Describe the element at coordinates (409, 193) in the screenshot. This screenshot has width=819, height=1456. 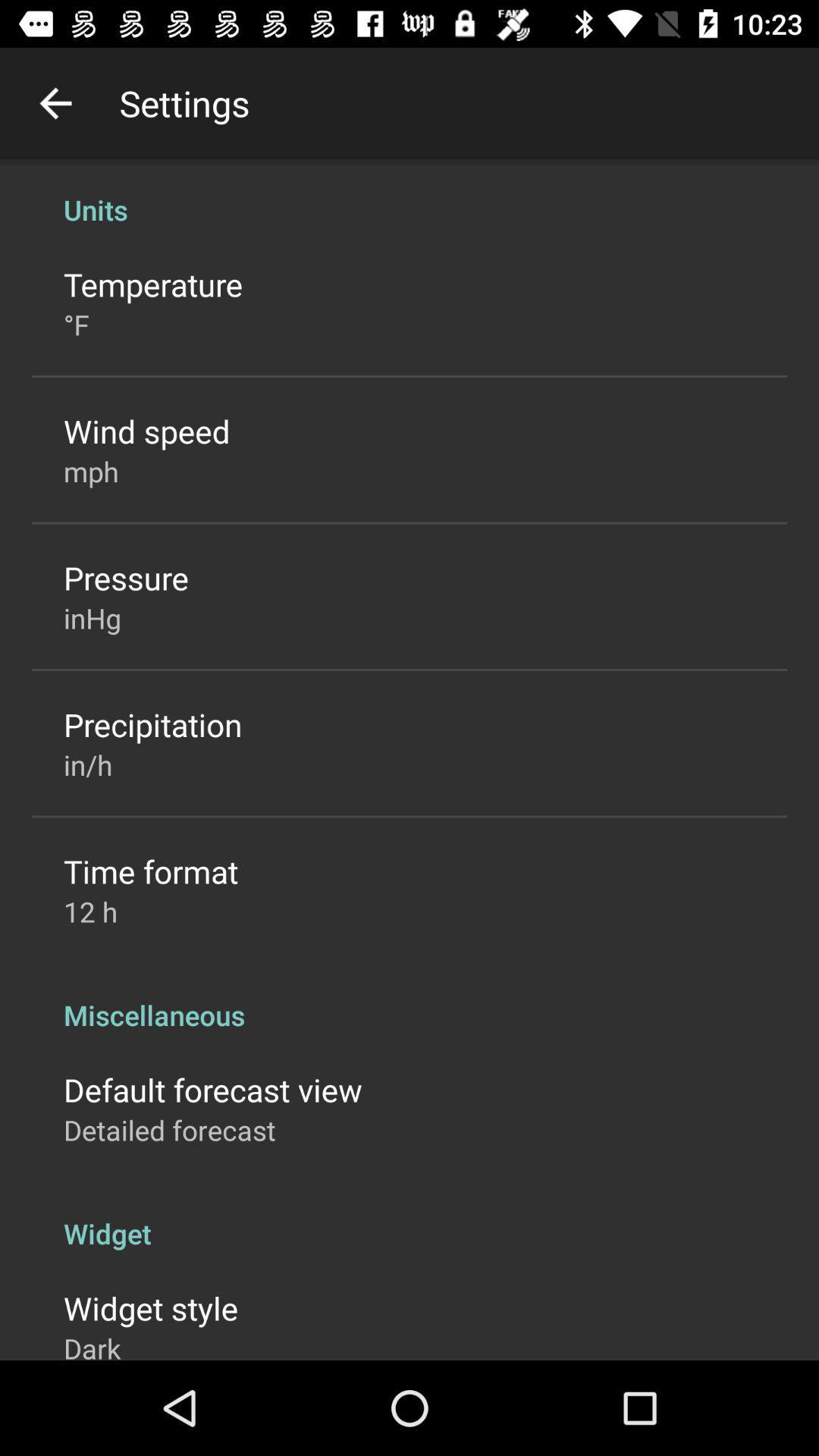
I see `the icon above the temperature item` at that location.